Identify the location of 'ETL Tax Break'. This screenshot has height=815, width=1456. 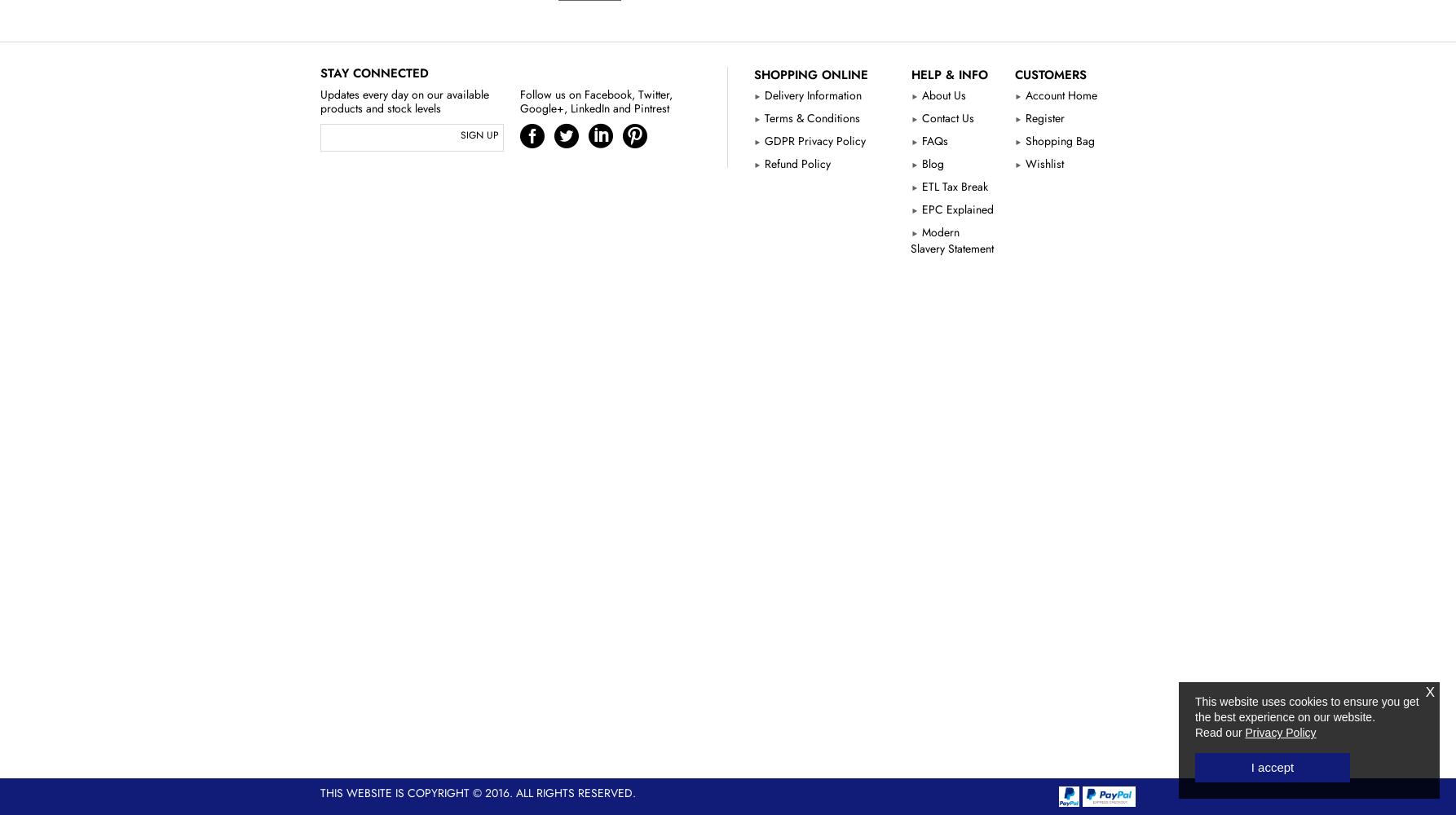
(951, 186).